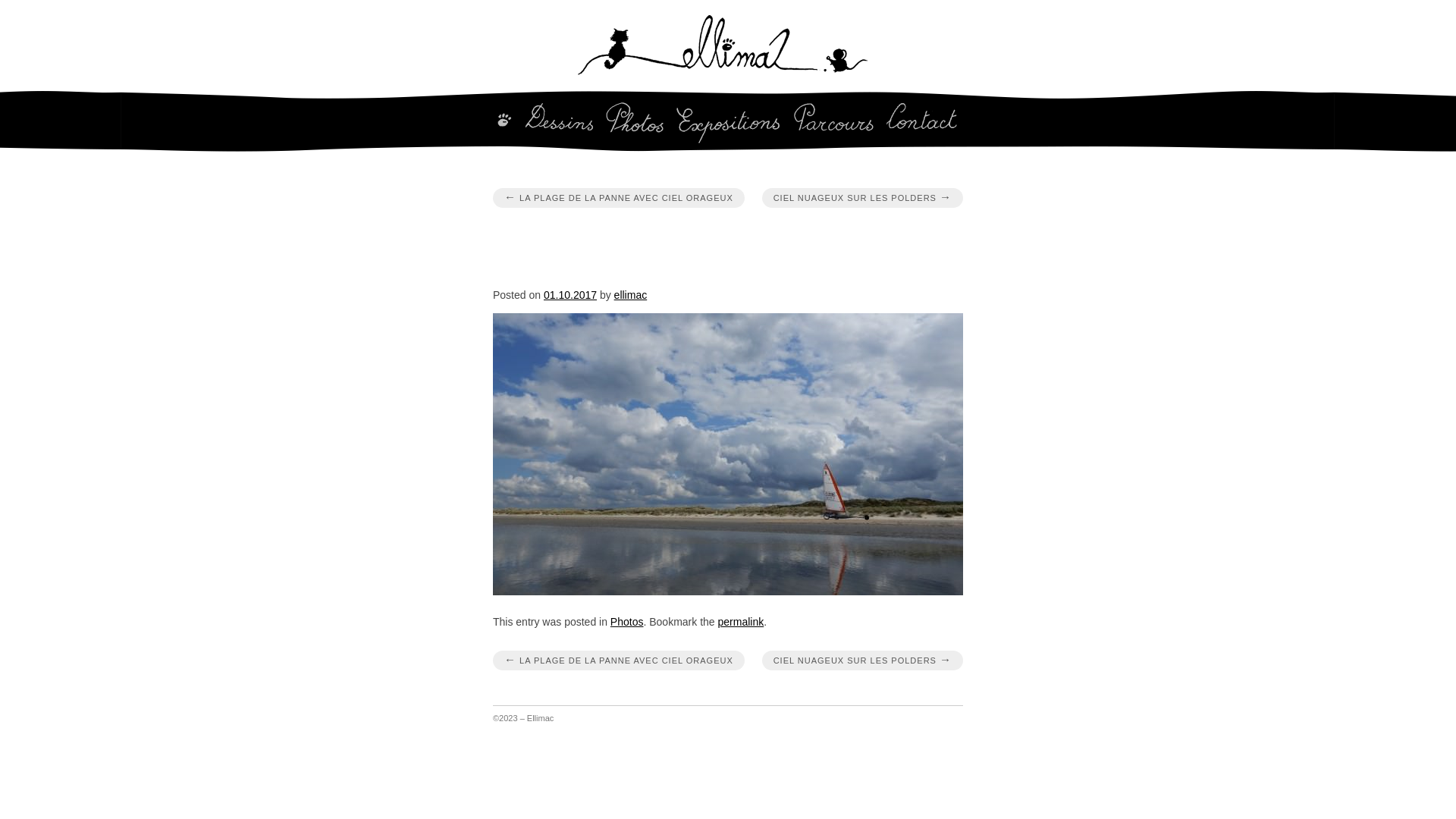  What do you see at coordinates (924, 122) in the screenshot?
I see `'Contact'` at bounding box center [924, 122].